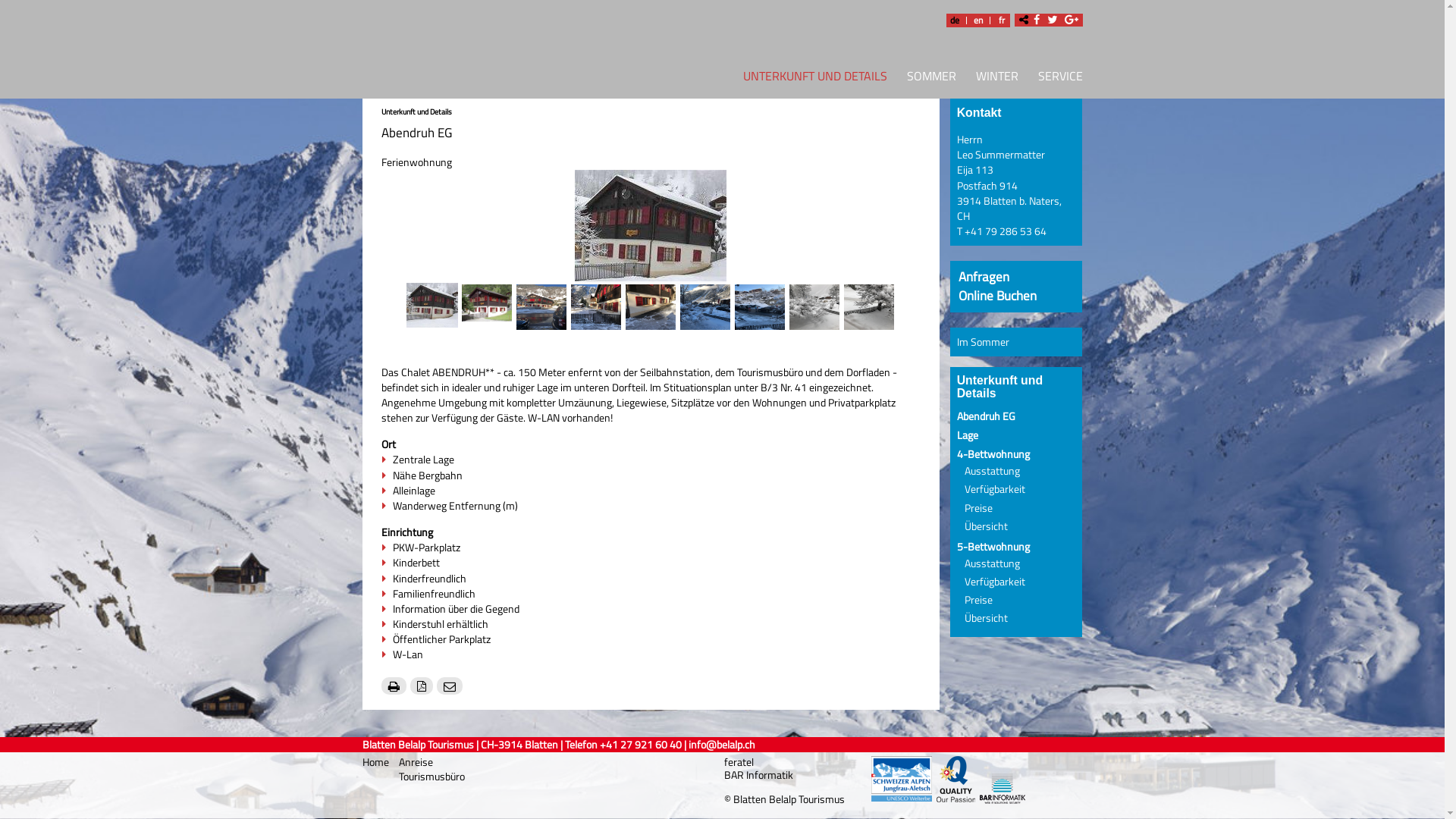 The image size is (1456, 819). Describe the element at coordinates (416, 761) in the screenshot. I see `'Anreise'` at that location.